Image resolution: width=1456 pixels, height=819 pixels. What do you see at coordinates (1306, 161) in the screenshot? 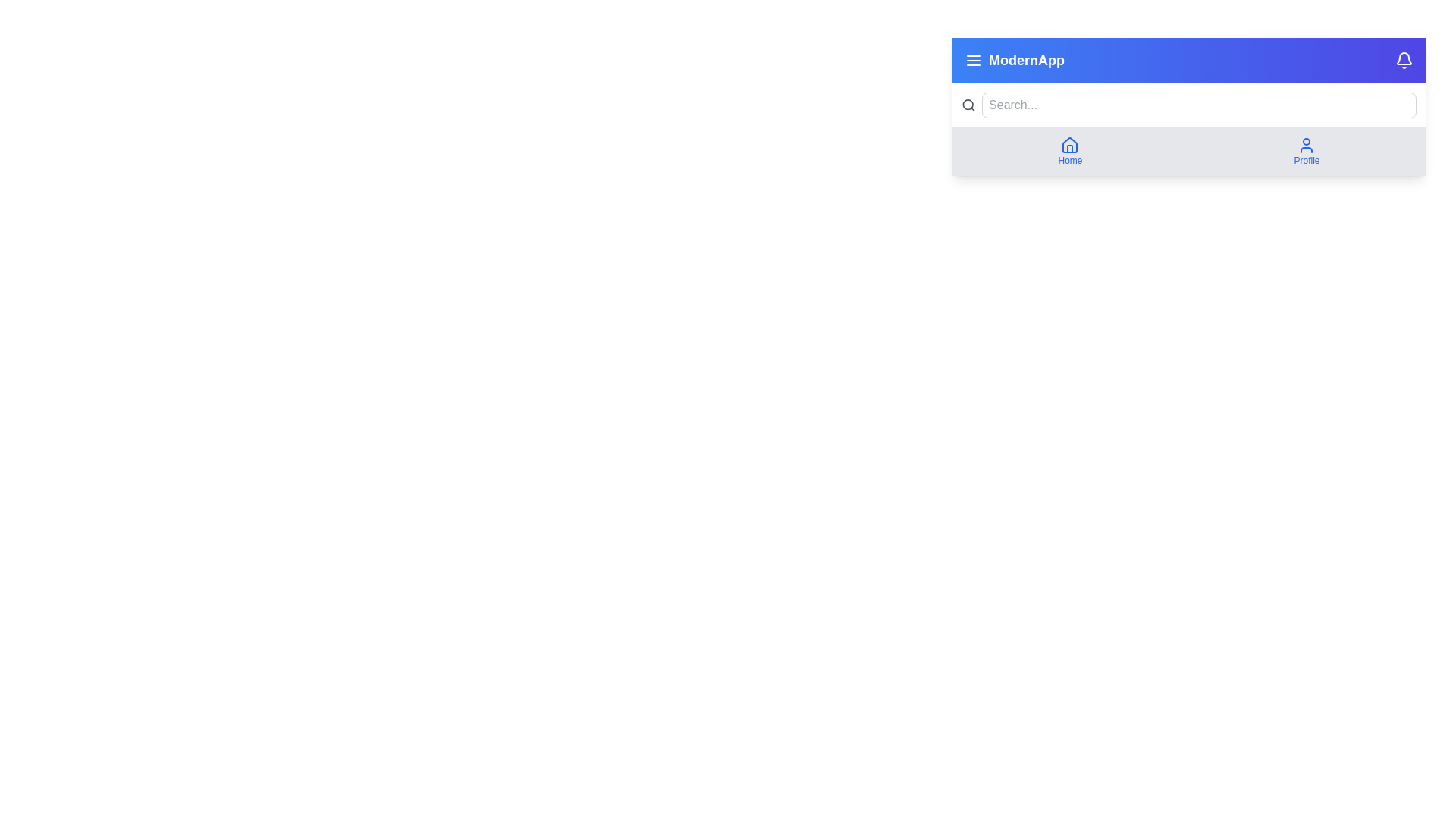
I see `the blue-colored 'Profile' static text label located below the user profile icon in the navigation bar` at bounding box center [1306, 161].